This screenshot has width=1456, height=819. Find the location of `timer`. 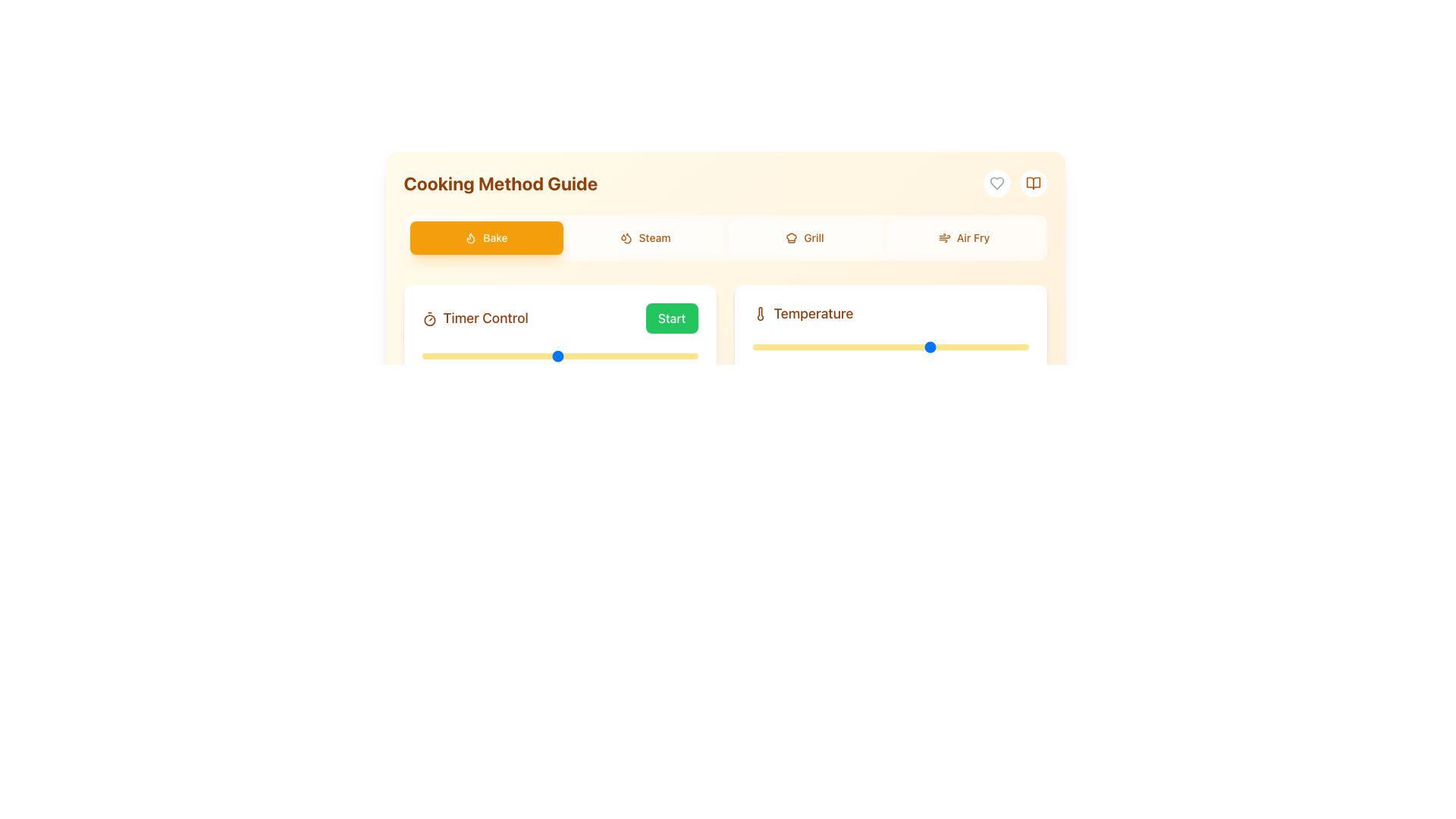

timer is located at coordinates (598, 356).